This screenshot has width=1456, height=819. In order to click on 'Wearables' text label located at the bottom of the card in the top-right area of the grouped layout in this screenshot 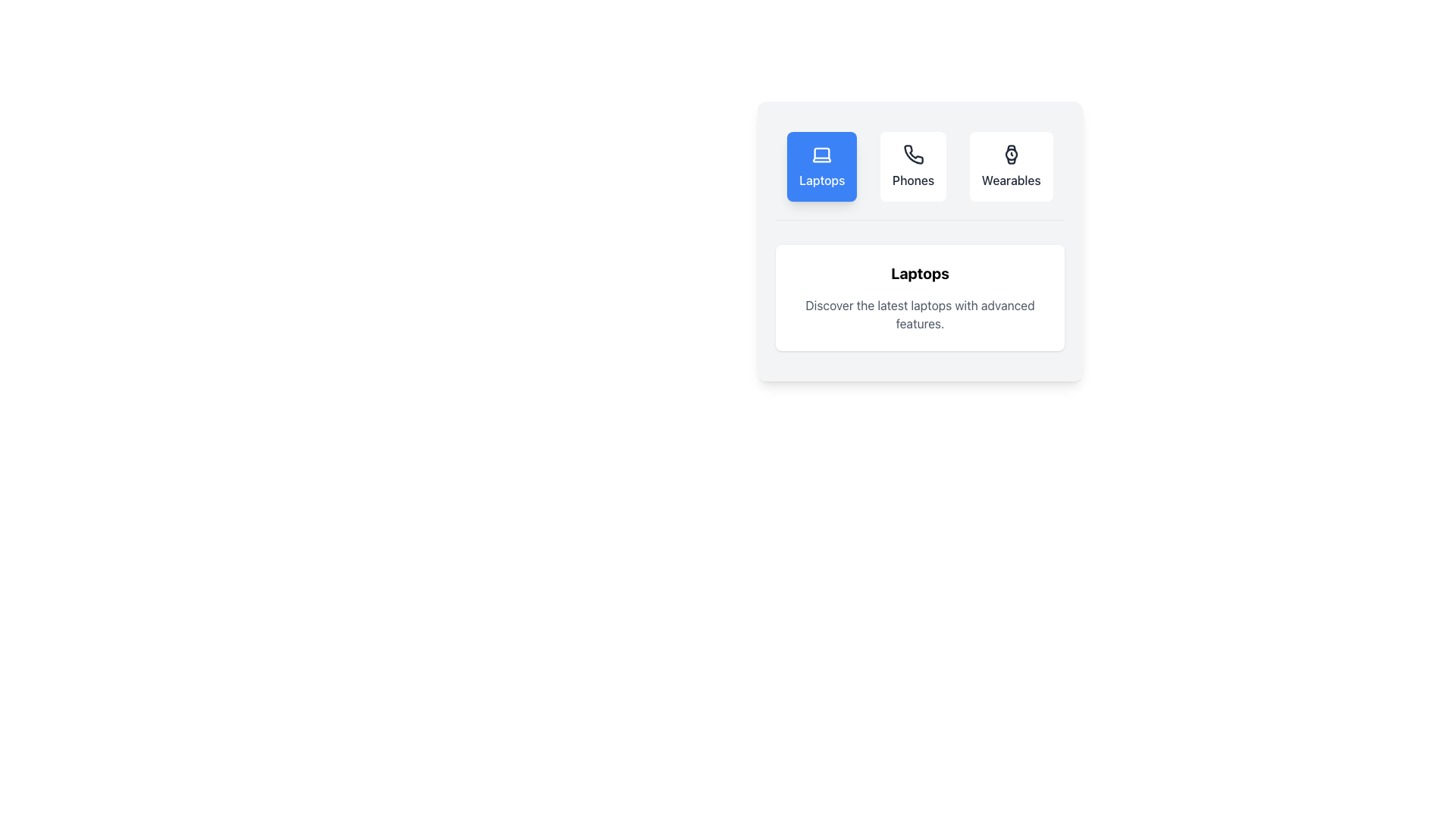, I will do `click(1011, 180)`.